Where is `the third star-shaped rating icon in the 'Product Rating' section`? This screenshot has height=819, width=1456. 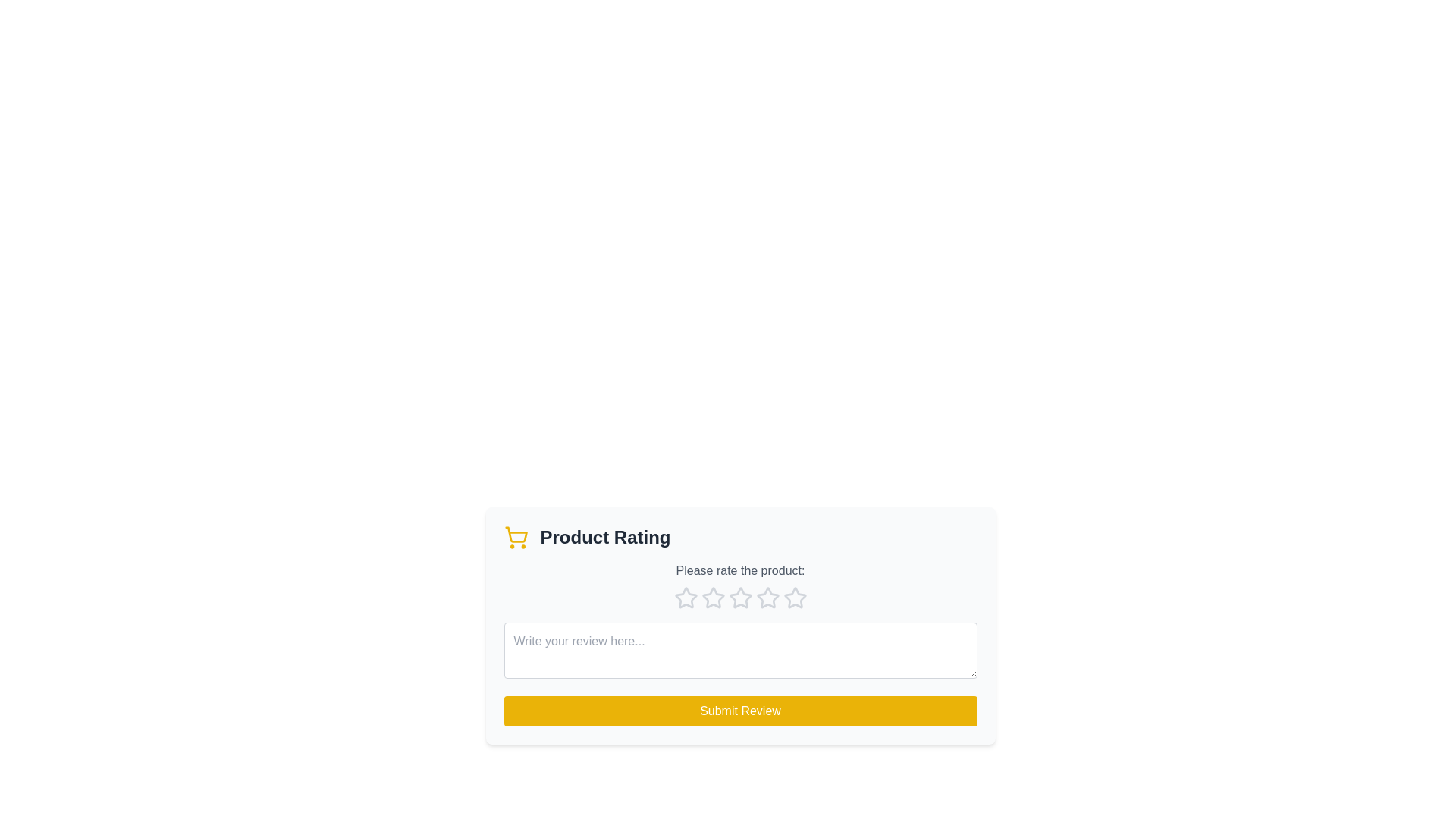 the third star-shaped rating icon in the 'Product Rating' section is located at coordinates (740, 598).